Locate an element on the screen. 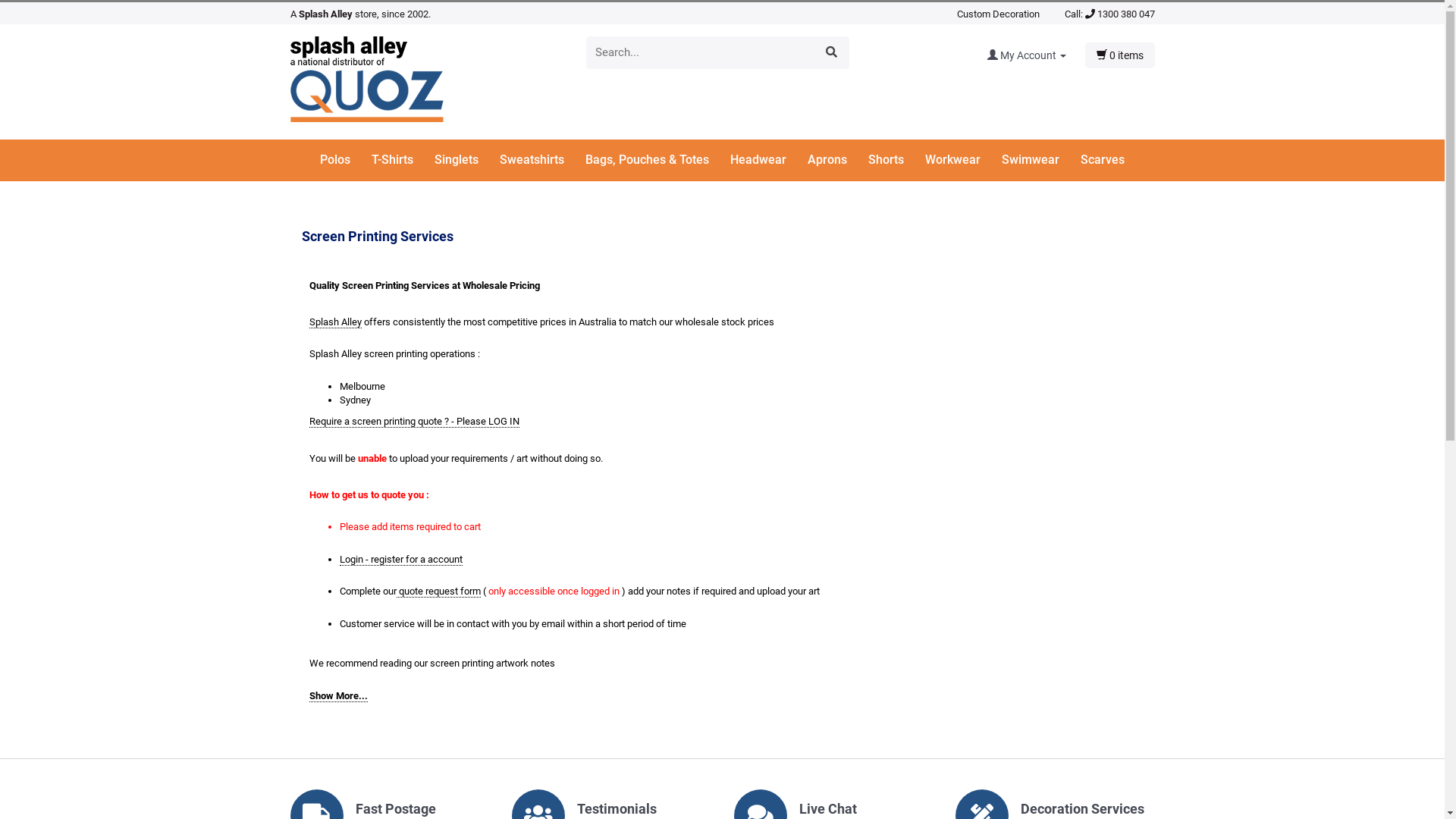 This screenshot has height=819, width=1456. 'Login - register for a account' is located at coordinates (400, 559).